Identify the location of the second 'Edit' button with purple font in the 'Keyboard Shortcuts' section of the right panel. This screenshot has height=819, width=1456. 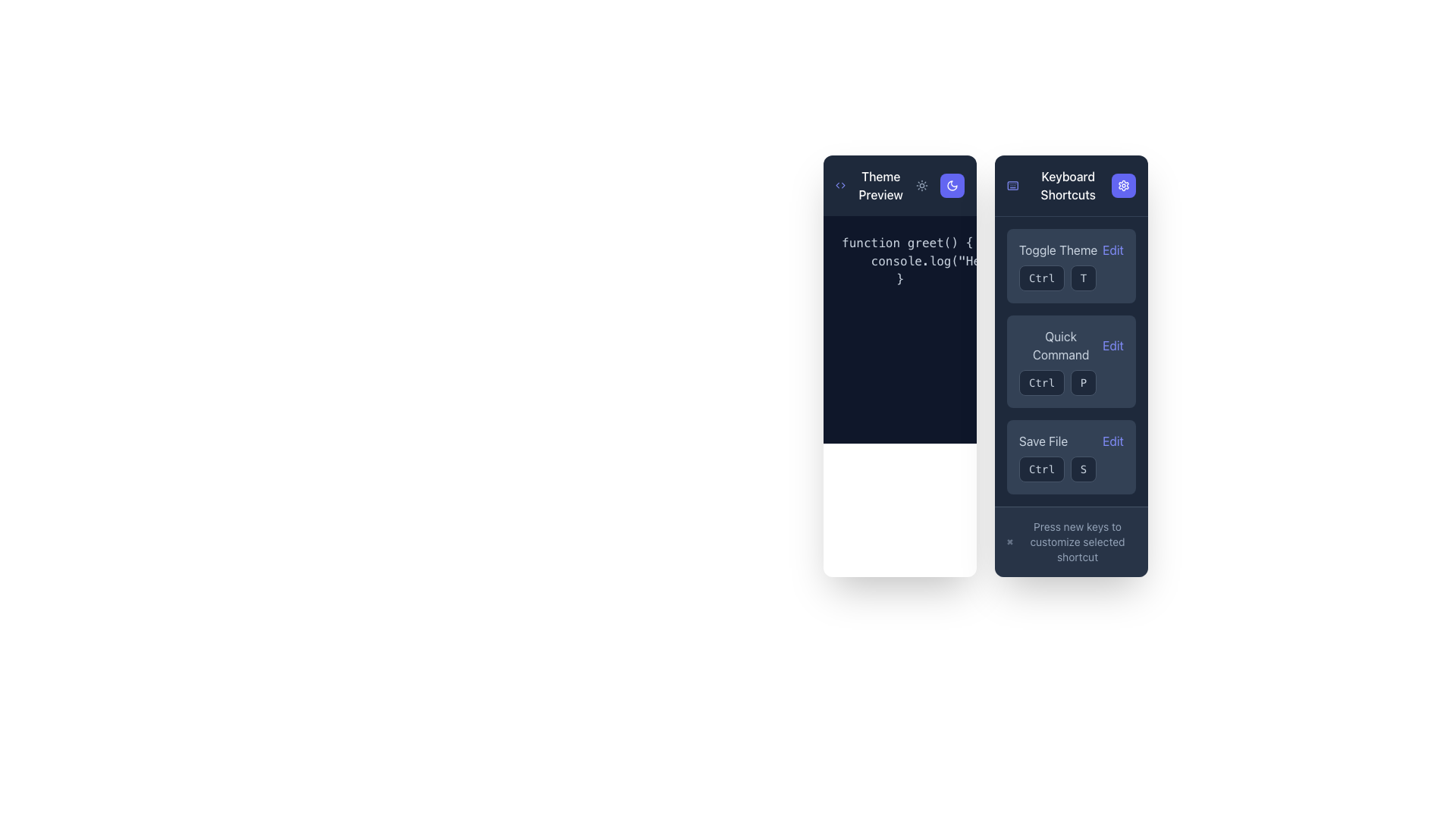
(1113, 345).